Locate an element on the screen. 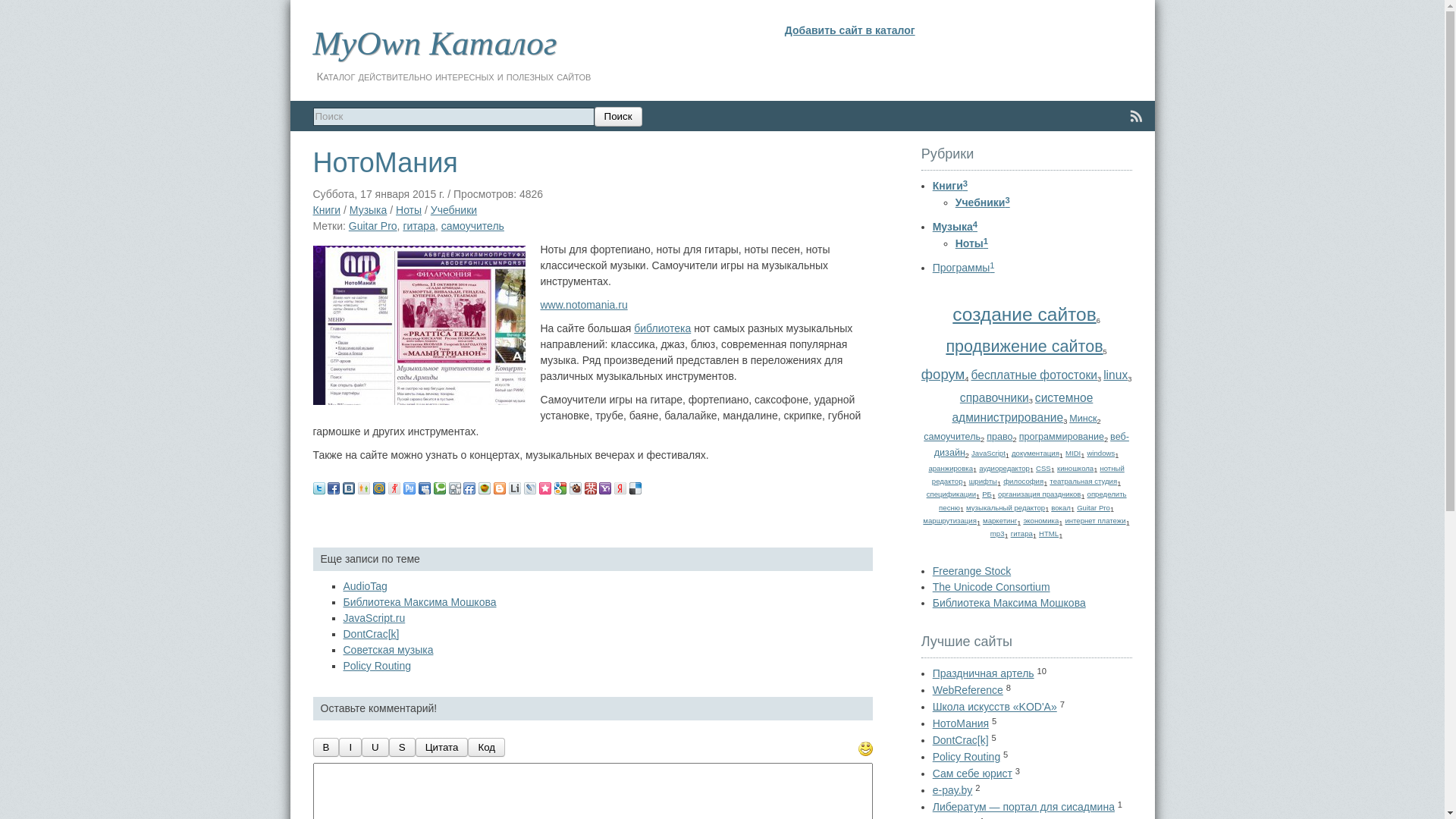 The image size is (1456, 819). 'linux' is located at coordinates (1103, 375).